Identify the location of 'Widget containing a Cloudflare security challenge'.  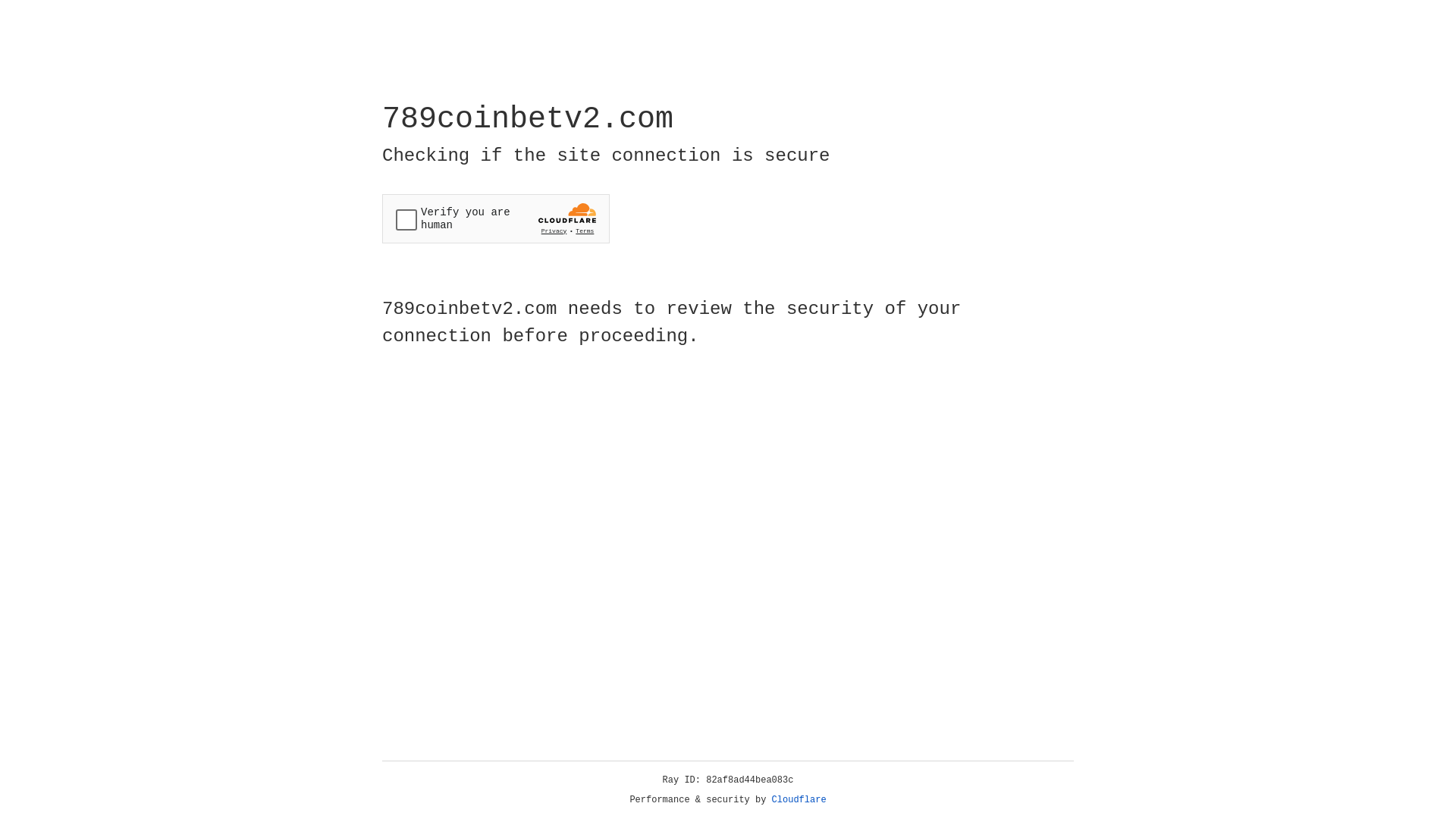
(495, 218).